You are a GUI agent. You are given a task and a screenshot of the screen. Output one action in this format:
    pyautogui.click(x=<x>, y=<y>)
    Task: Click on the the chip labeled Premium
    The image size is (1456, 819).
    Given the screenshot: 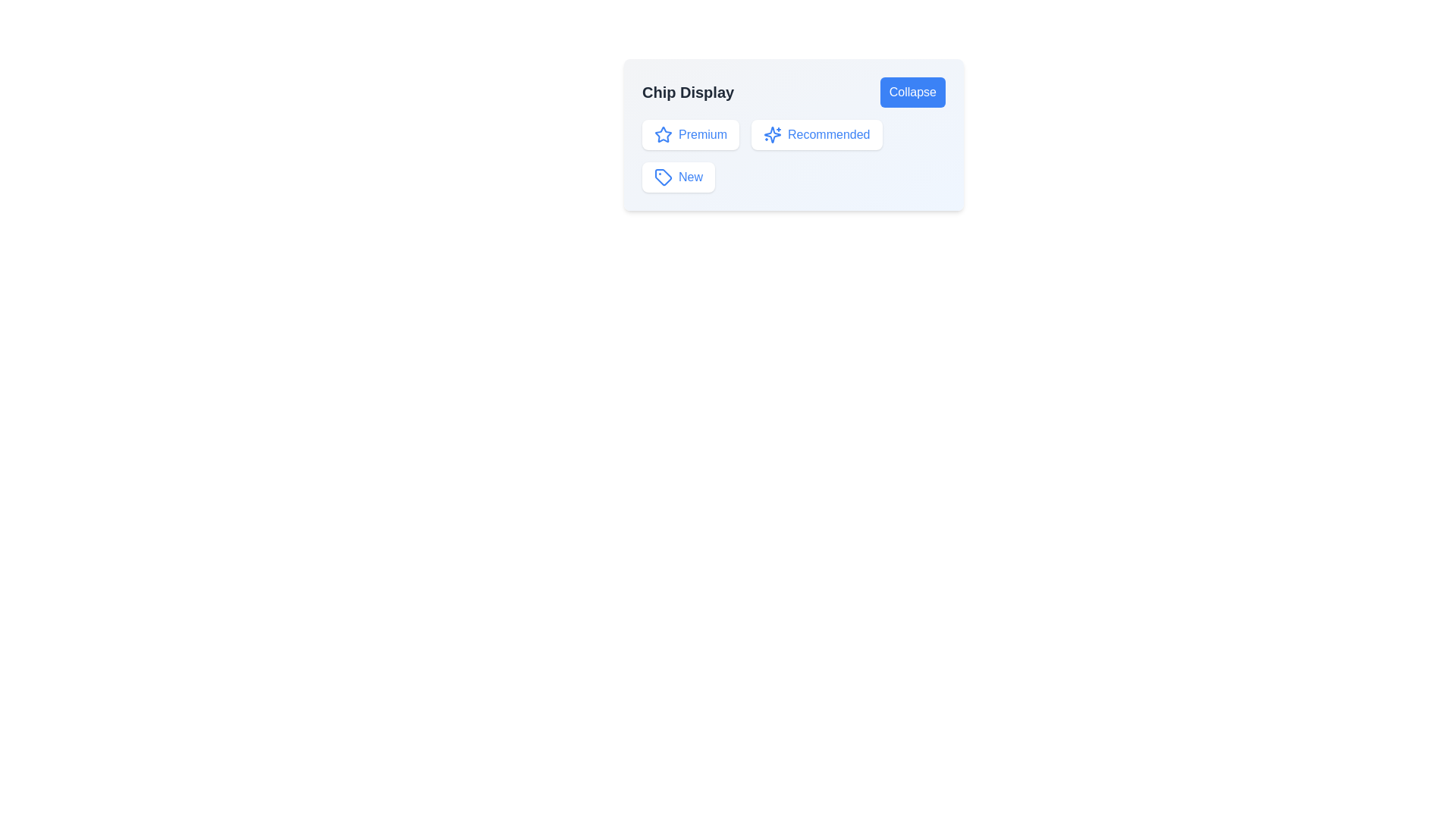 What is the action you would take?
    pyautogui.click(x=690, y=133)
    